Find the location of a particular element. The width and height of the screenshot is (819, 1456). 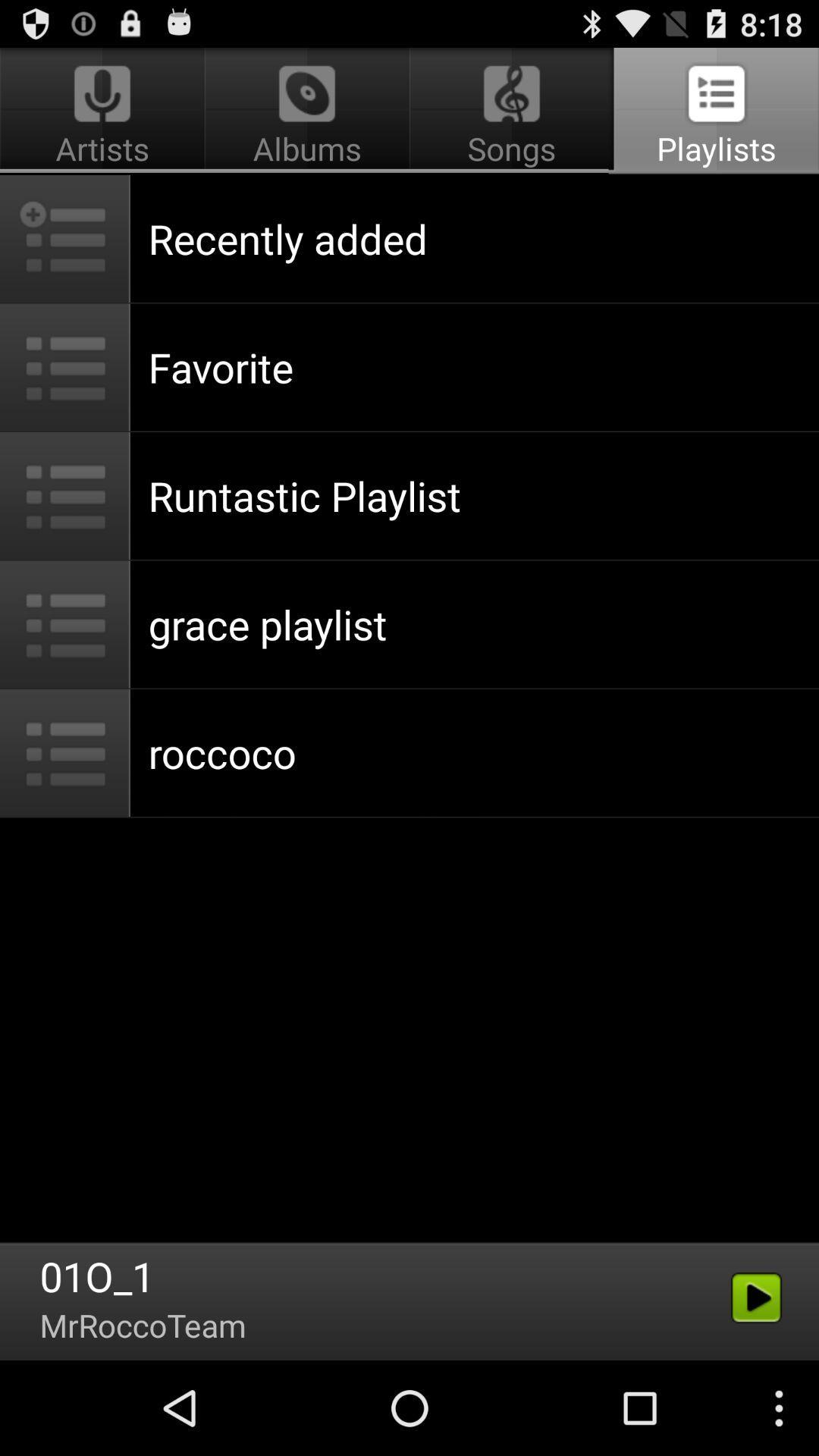

play icon at the bottom right corner is located at coordinates (757, 1298).